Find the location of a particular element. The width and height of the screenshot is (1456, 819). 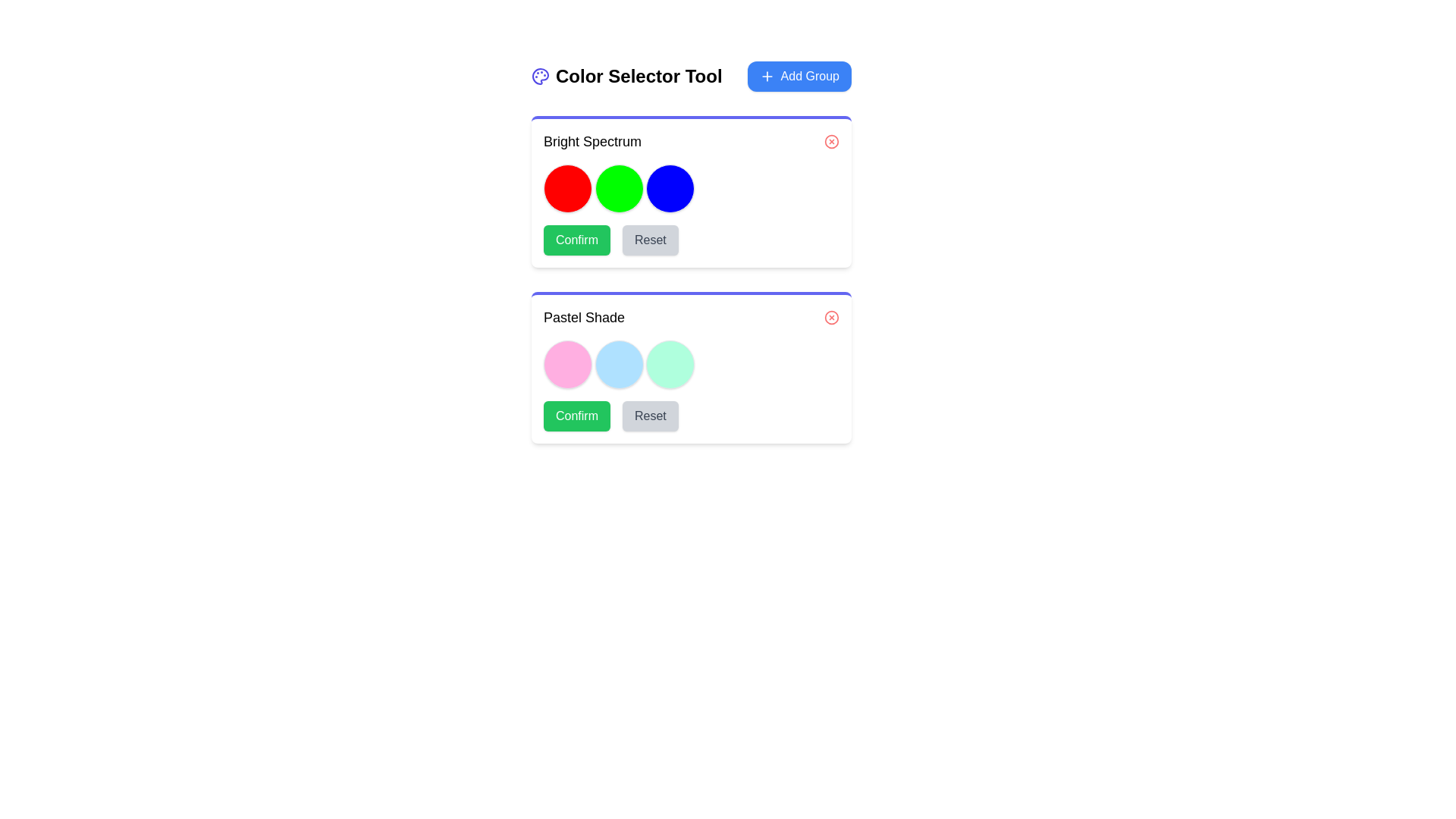

the 'Confirm' button, which is a rectangular button with white text on a green background located at the bottom-left of the 'Bright Spectrum' panel, to change its color is located at coordinates (576, 239).